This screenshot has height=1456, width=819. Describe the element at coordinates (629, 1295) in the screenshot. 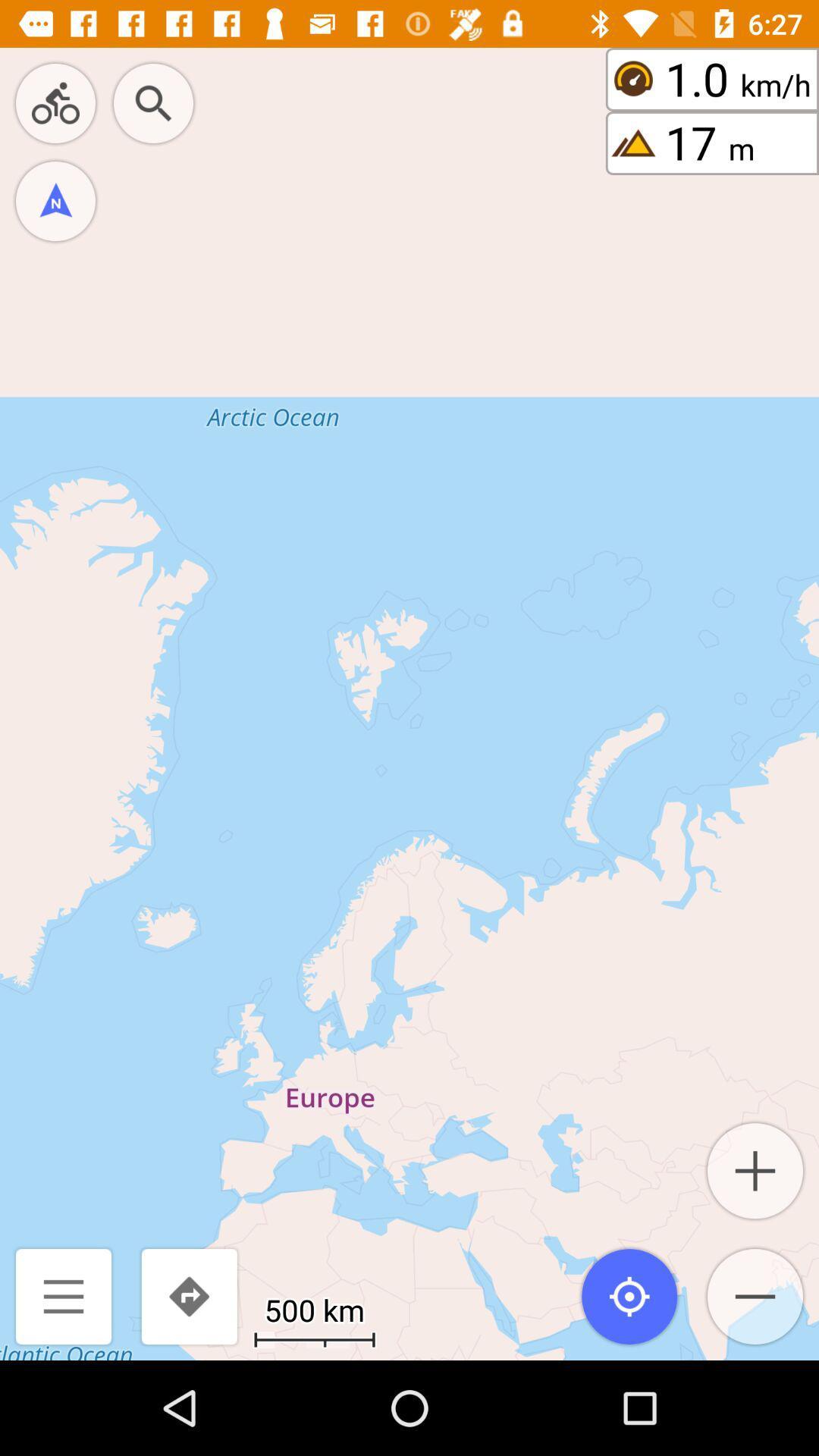

I see `the location_crosshair icon` at that location.